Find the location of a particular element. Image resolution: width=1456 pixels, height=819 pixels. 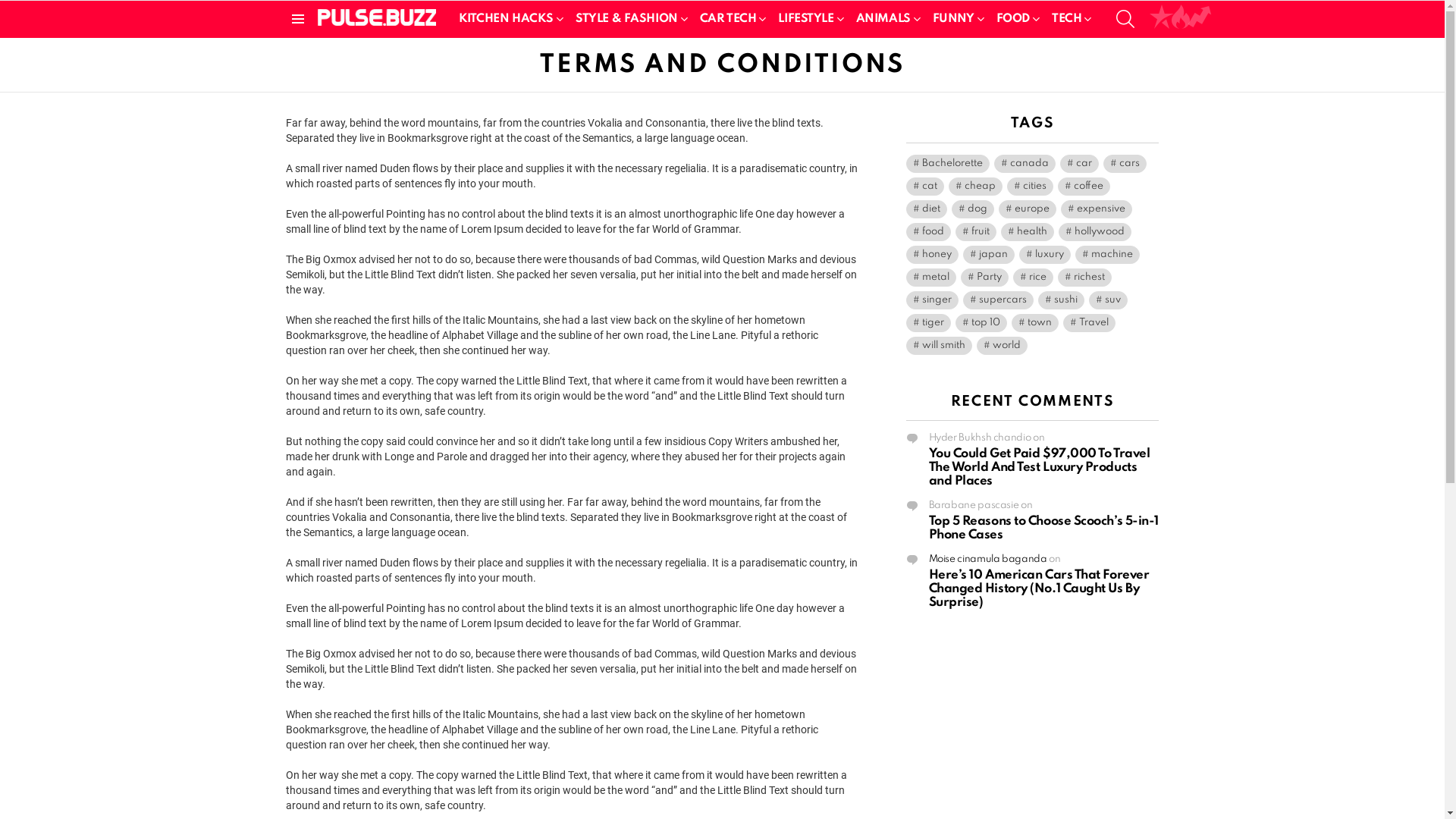

'dog' is located at coordinates (971, 209).